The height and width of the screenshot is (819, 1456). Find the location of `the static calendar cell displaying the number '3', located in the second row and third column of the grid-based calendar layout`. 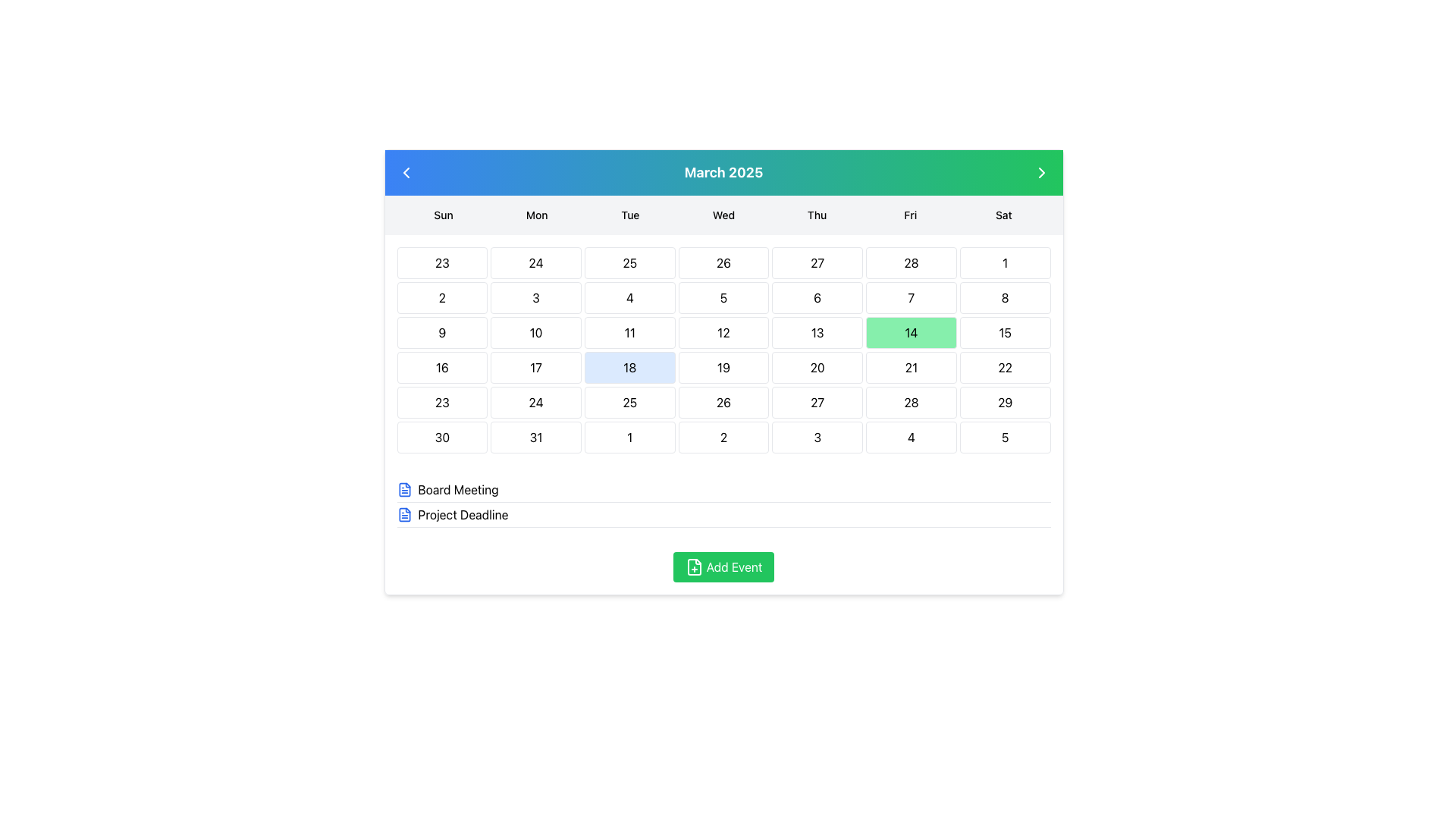

the static calendar cell displaying the number '3', located in the second row and third column of the grid-based calendar layout is located at coordinates (536, 298).